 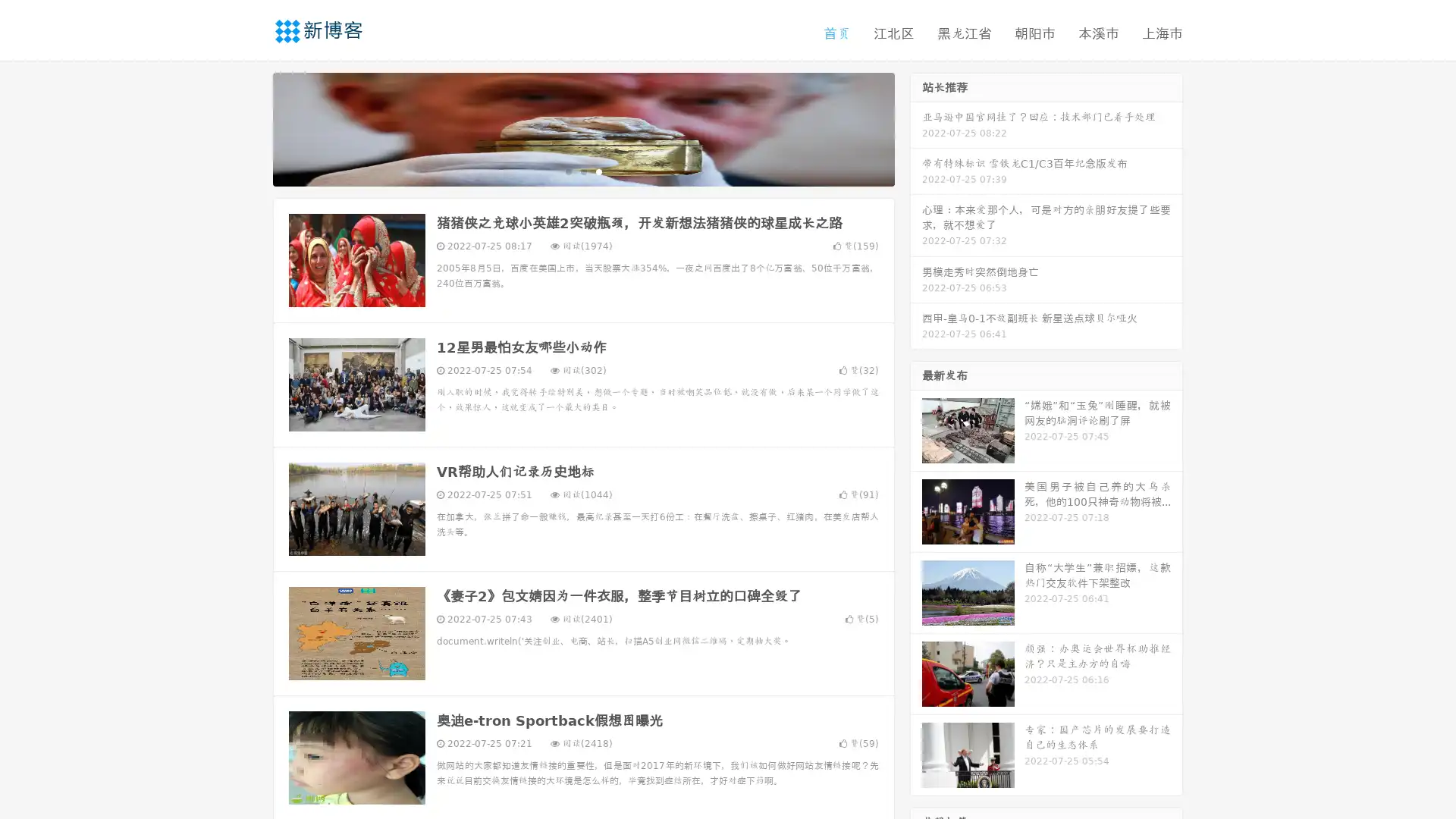 What do you see at coordinates (598, 171) in the screenshot?
I see `Go to slide 3` at bounding box center [598, 171].